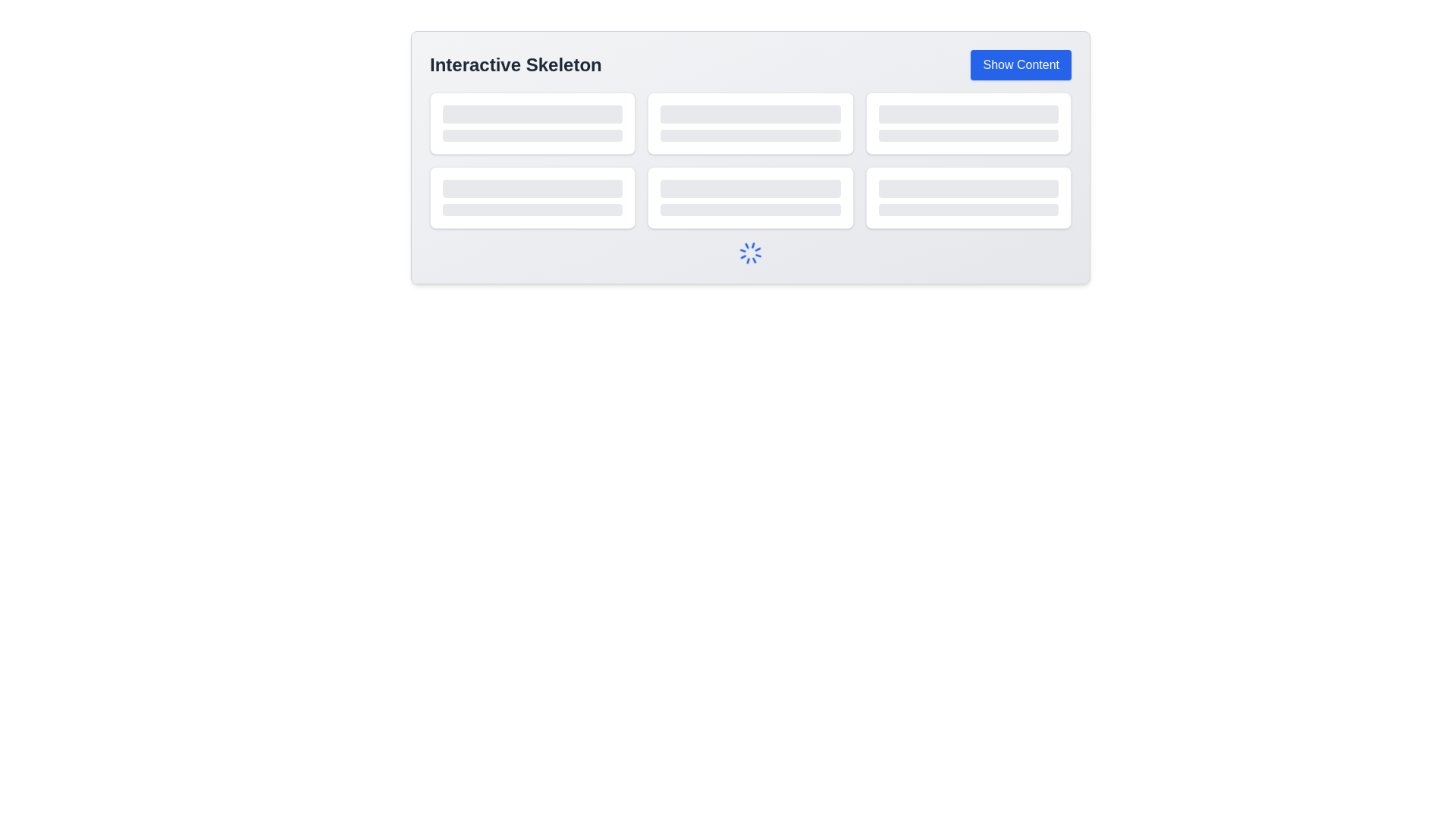 The image size is (1456, 819). What do you see at coordinates (750, 113) in the screenshot?
I see `the gray rectangular block with rounded corners, which serves as a visual placeholder or skeletal loading component, positioned centrally among similar placeholders` at bounding box center [750, 113].